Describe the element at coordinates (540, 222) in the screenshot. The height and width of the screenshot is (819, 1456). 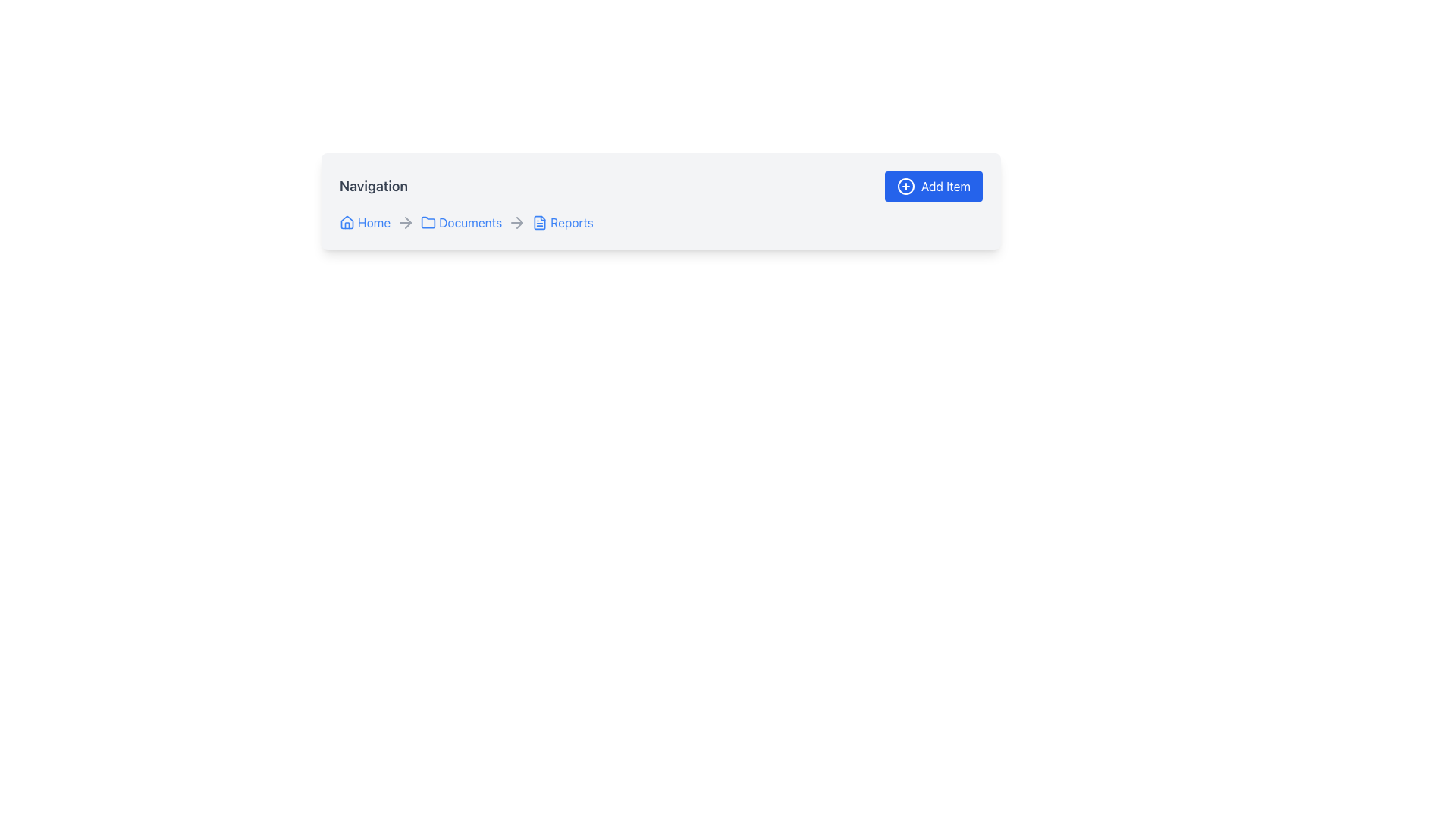
I see `the third rectangular icon in the breadcrumb navigation bar, which resembles a document or file with a fold in the upper-right corner` at that location.